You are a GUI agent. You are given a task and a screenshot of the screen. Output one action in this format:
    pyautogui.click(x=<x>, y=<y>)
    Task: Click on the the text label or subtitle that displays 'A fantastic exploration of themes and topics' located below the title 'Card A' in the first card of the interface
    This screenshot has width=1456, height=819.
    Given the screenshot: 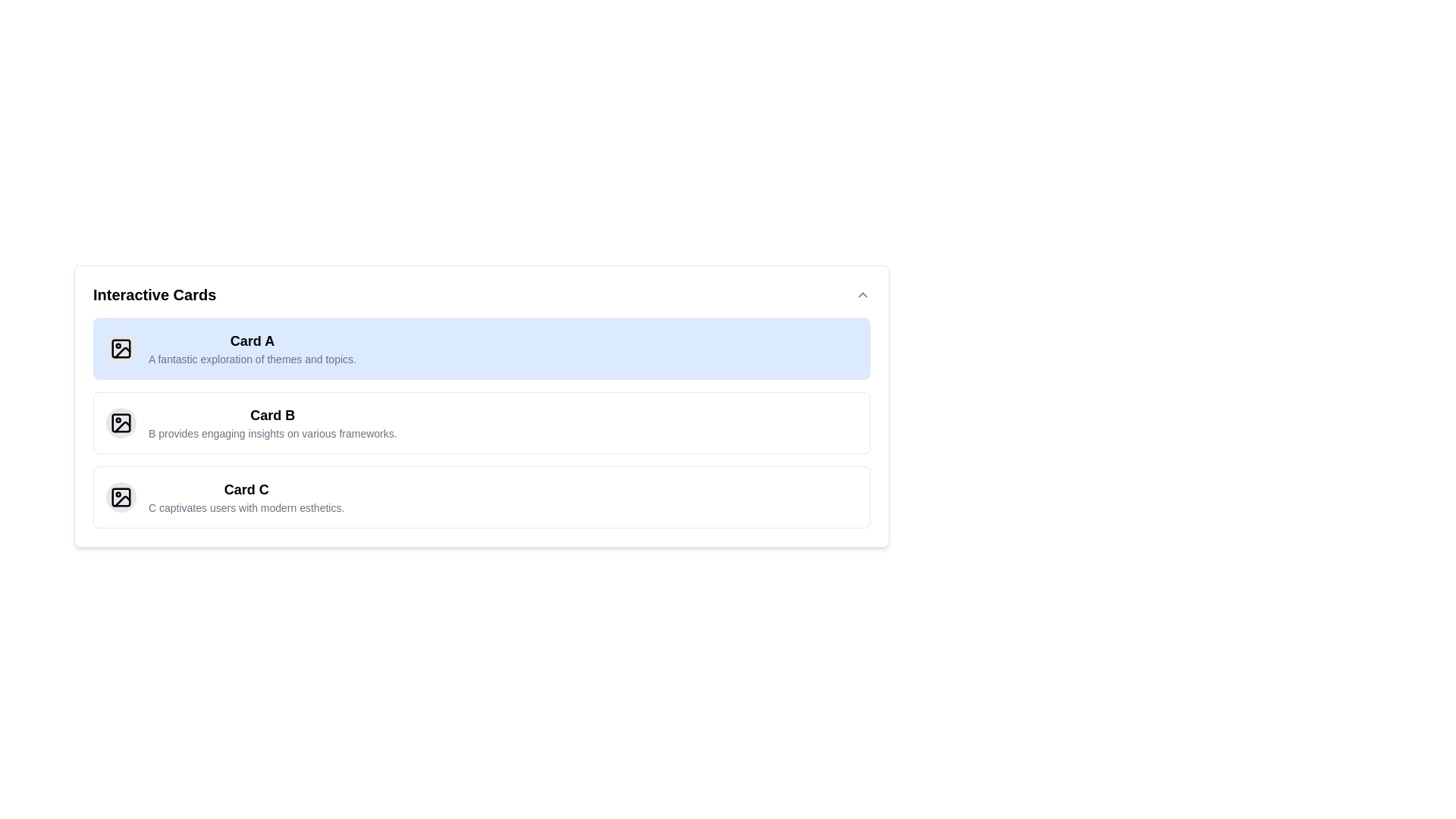 What is the action you would take?
    pyautogui.click(x=252, y=359)
    